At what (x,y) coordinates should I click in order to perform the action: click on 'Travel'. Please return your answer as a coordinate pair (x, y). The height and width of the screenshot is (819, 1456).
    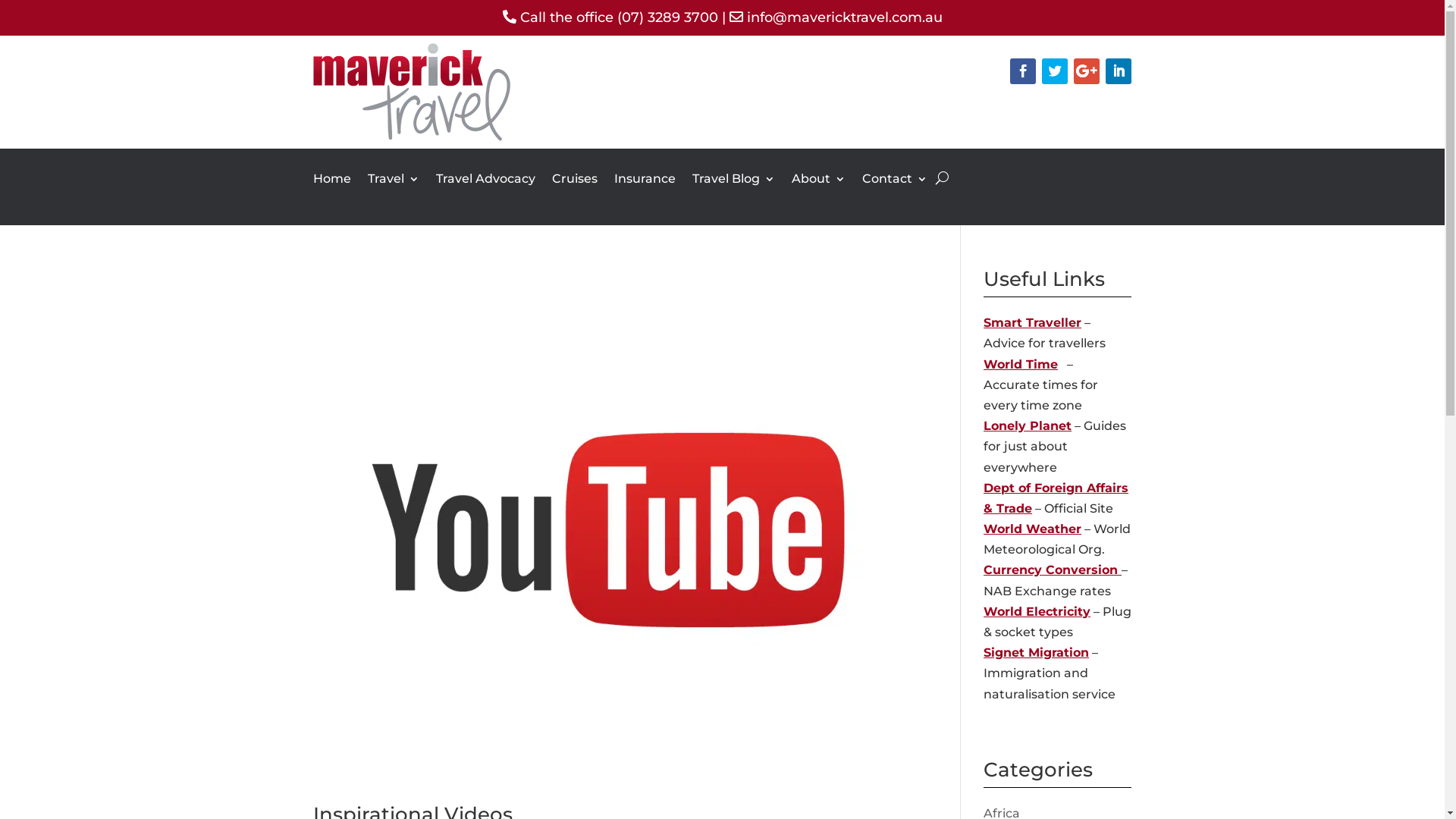
    Looking at the image, I should click on (393, 189).